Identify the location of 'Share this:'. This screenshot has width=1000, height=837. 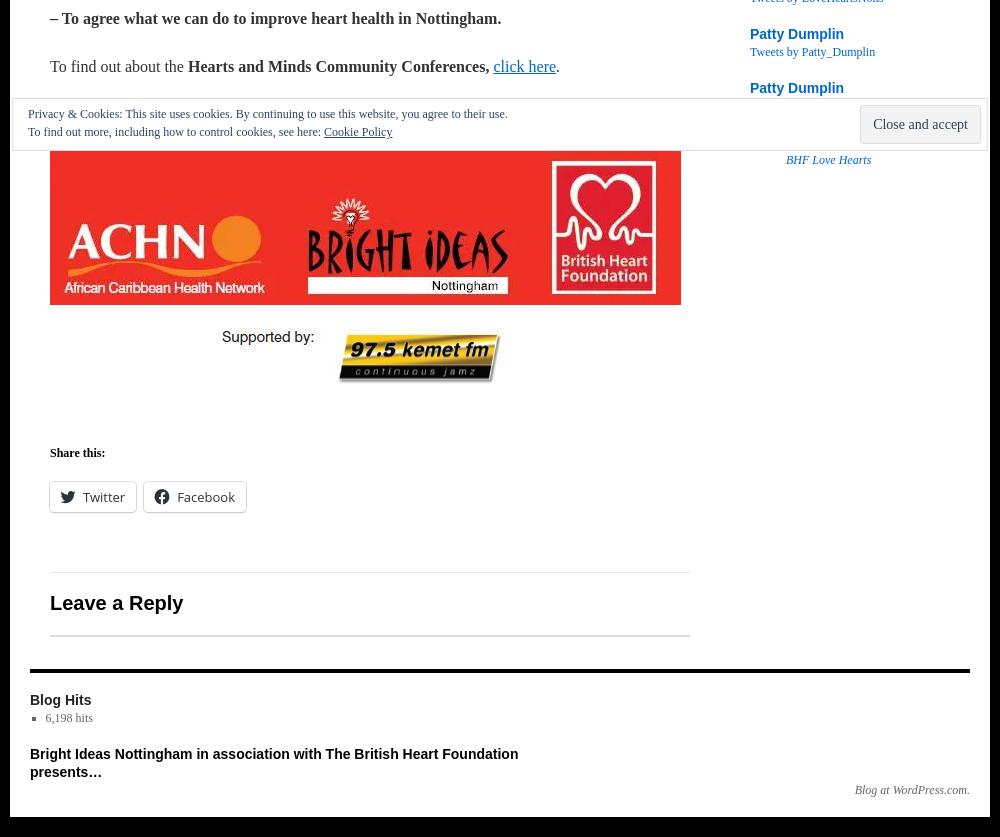
(50, 451).